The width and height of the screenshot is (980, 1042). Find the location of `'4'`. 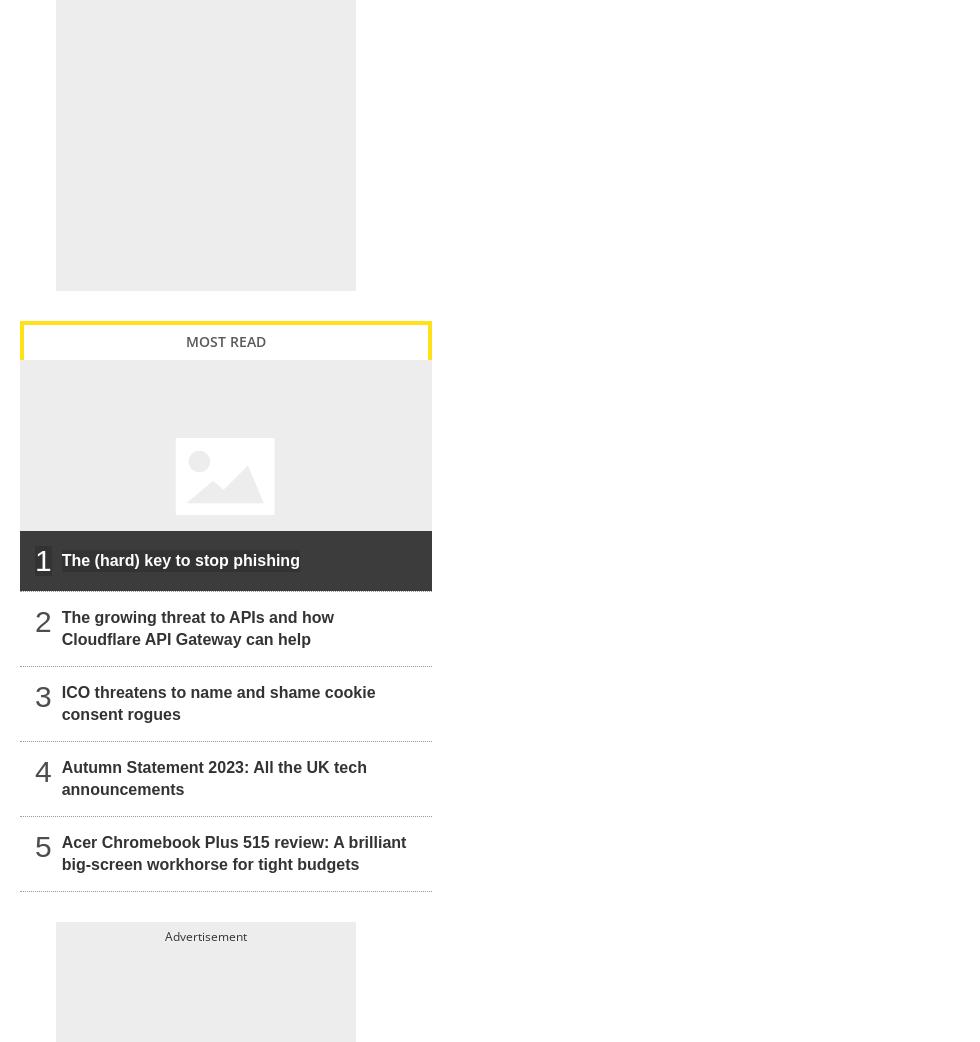

'4' is located at coordinates (43, 770).